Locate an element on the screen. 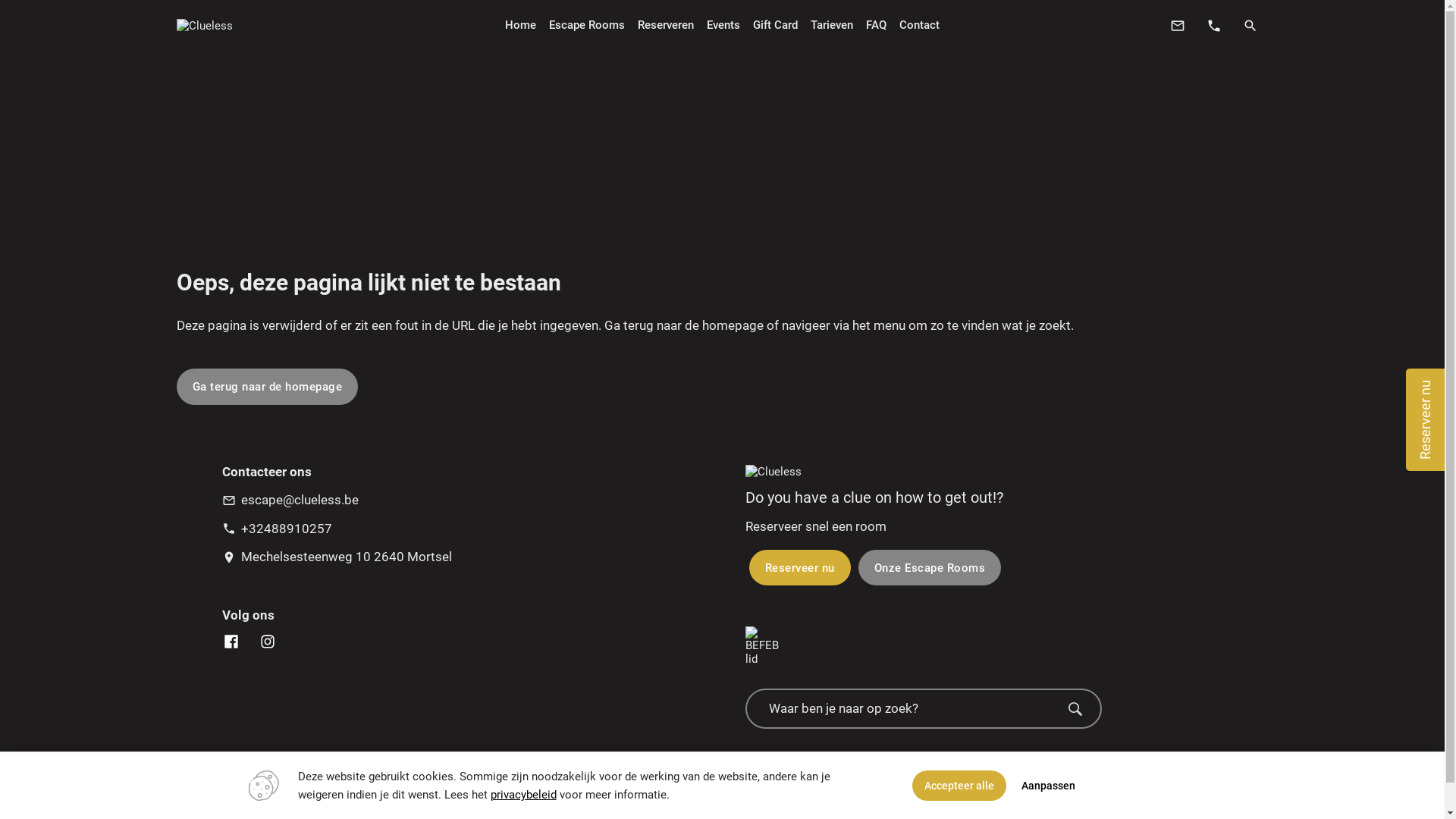  'Ga terug naar de homepage' is located at coordinates (266, 385).